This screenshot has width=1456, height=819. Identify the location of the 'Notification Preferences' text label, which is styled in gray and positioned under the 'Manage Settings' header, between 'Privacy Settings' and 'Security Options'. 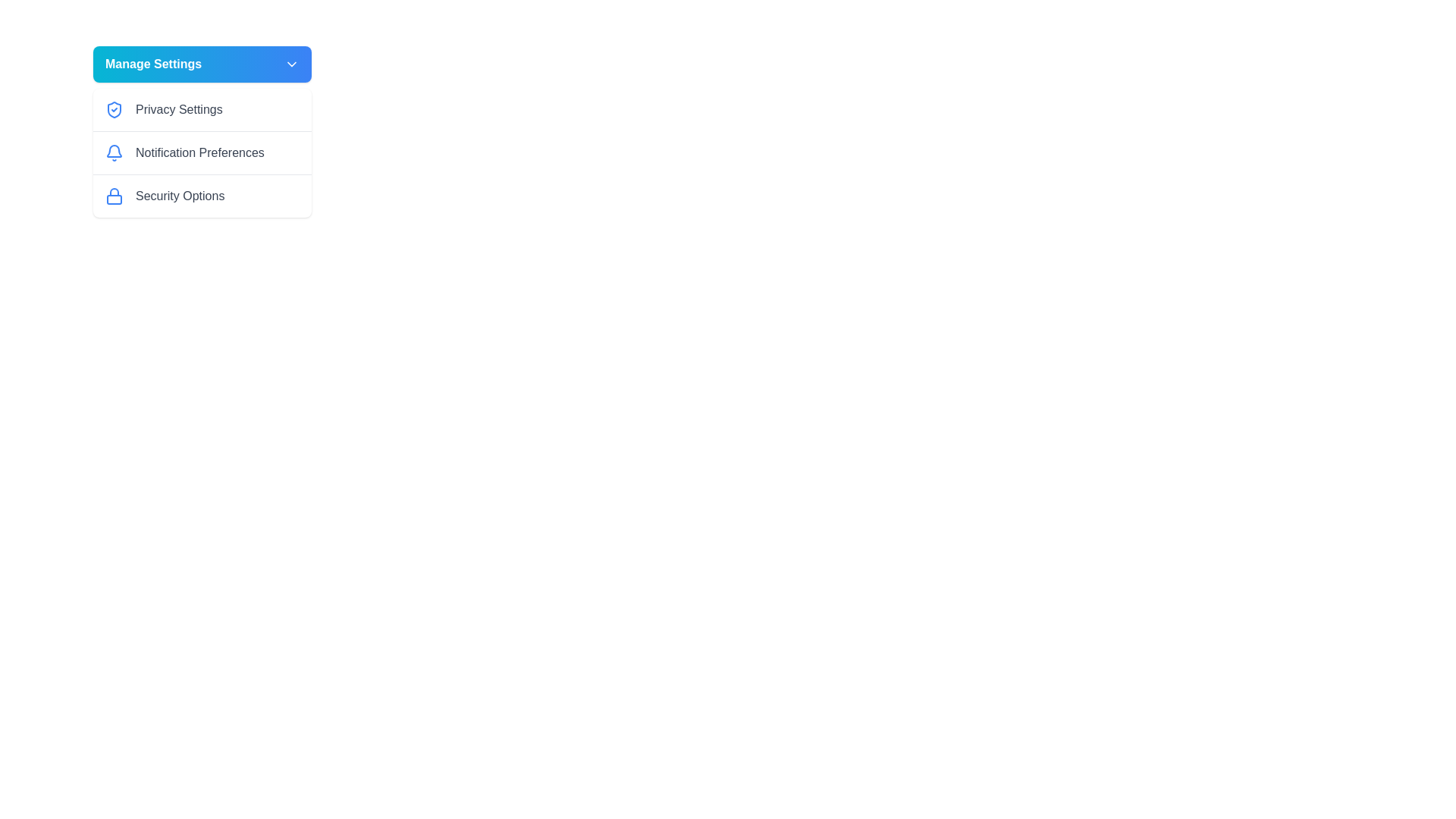
(199, 152).